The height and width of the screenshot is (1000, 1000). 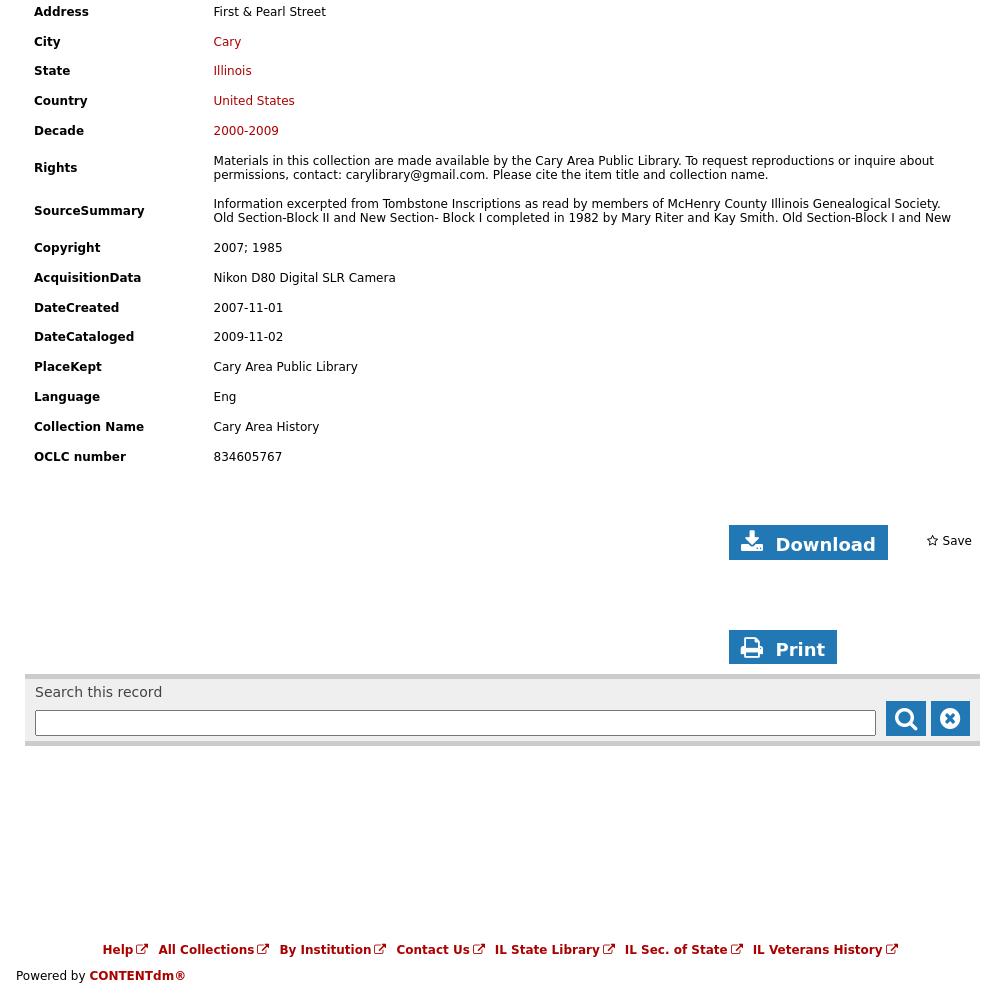 What do you see at coordinates (66, 247) in the screenshot?
I see `'Copyright'` at bounding box center [66, 247].